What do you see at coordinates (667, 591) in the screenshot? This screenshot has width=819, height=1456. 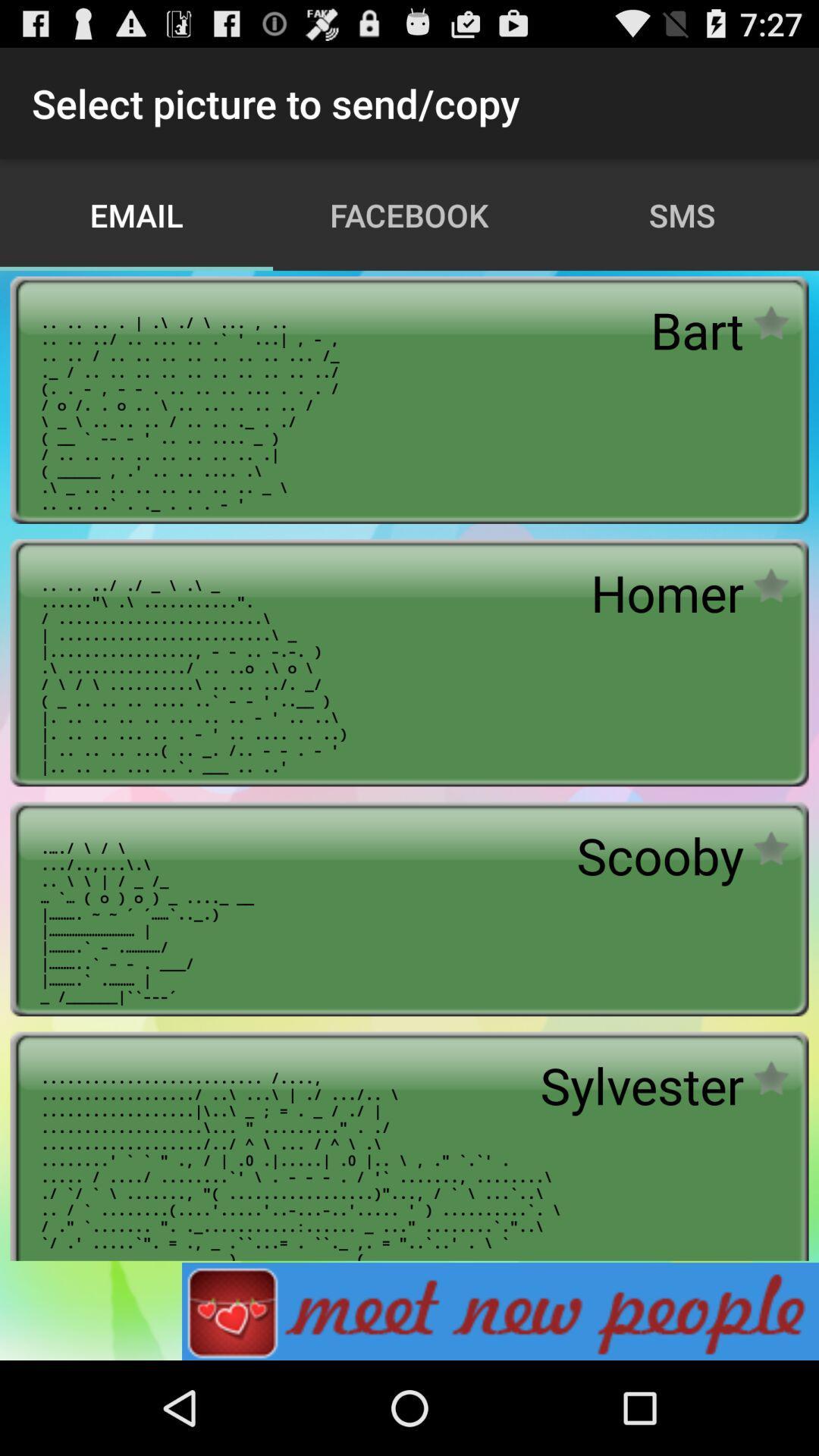 I see `the icon below the bart app` at bounding box center [667, 591].